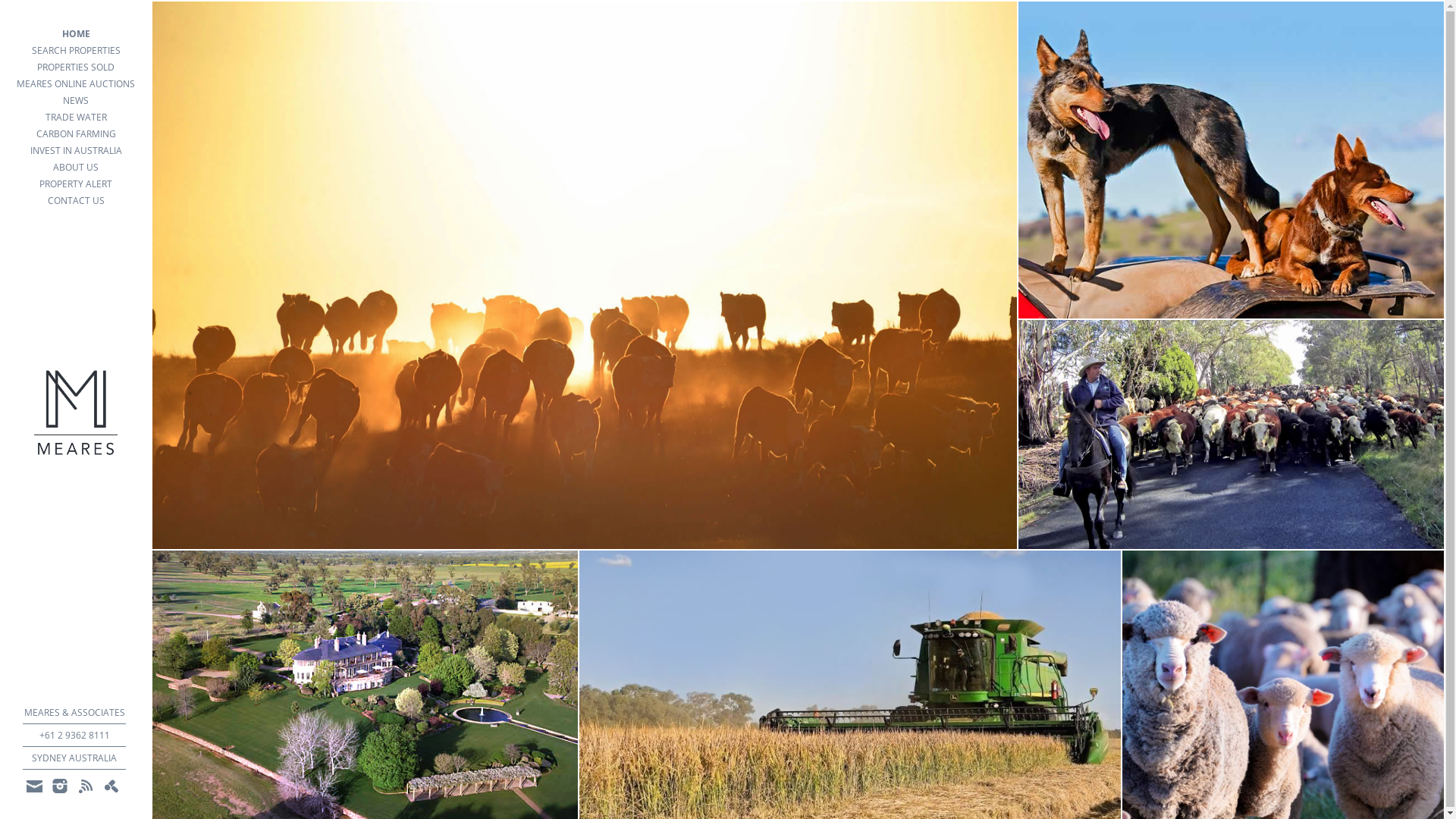 Image resolution: width=1456 pixels, height=819 pixels. What do you see at coordinates (85, 785) in the screenshot?
I see `'.'` at bounding box center [85, 785].